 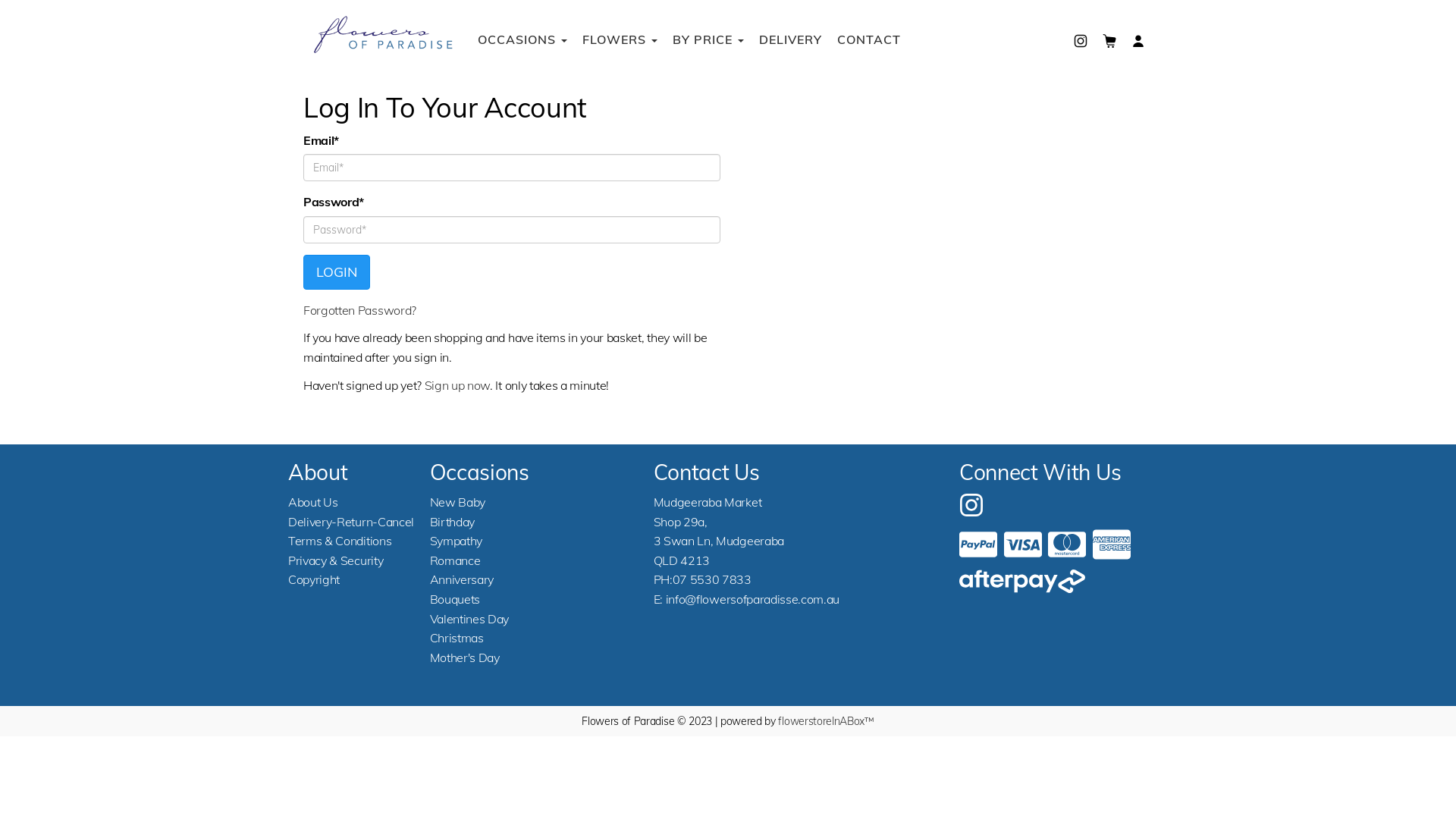 What do you see at coordinates (752, 598) in the screenshot?
I see `'info@flowersofparadisse.com.au'` at bounding box center [752, 598].